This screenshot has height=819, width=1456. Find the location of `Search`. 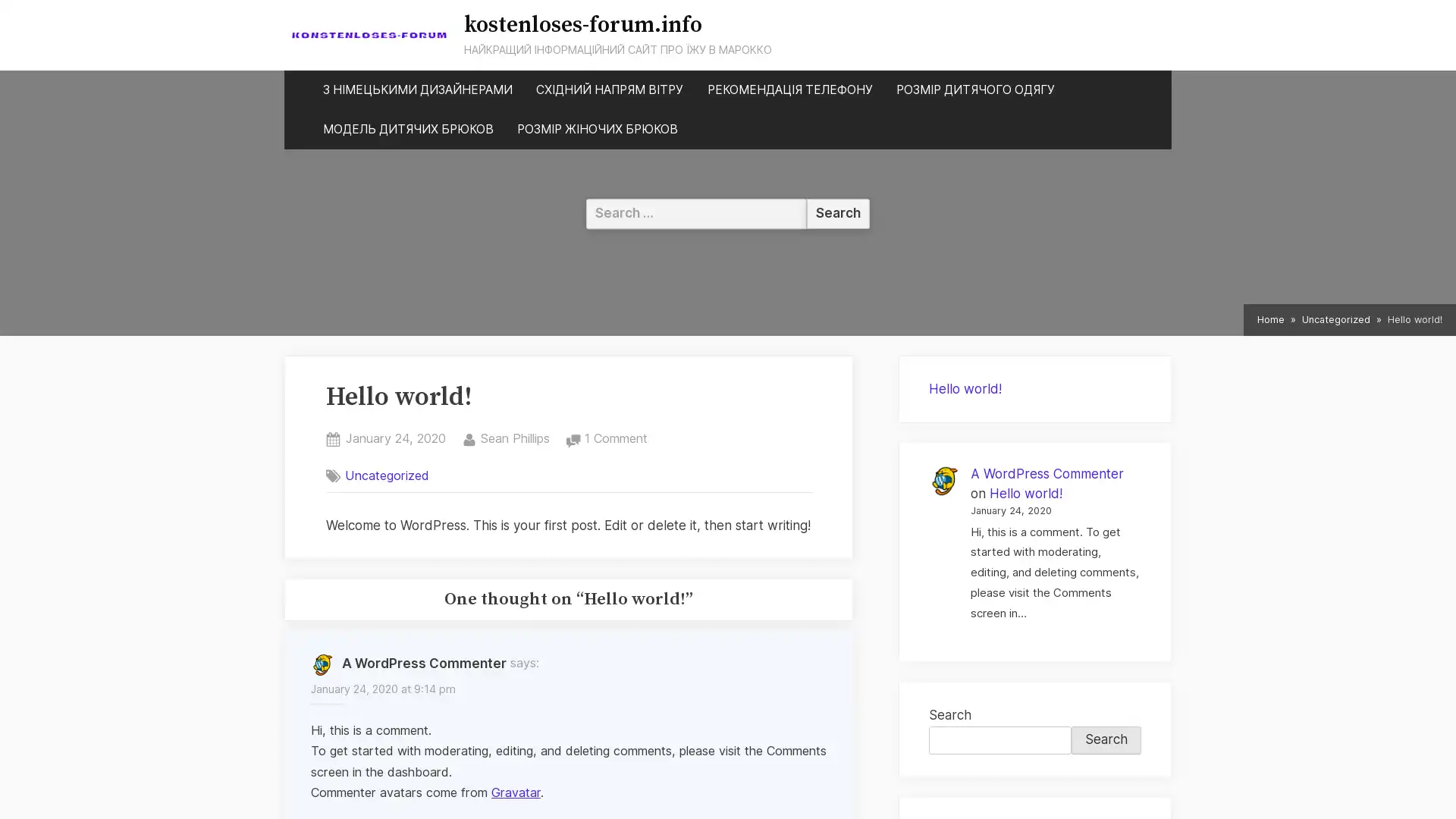

Search is located at coordinates (1106, 739).